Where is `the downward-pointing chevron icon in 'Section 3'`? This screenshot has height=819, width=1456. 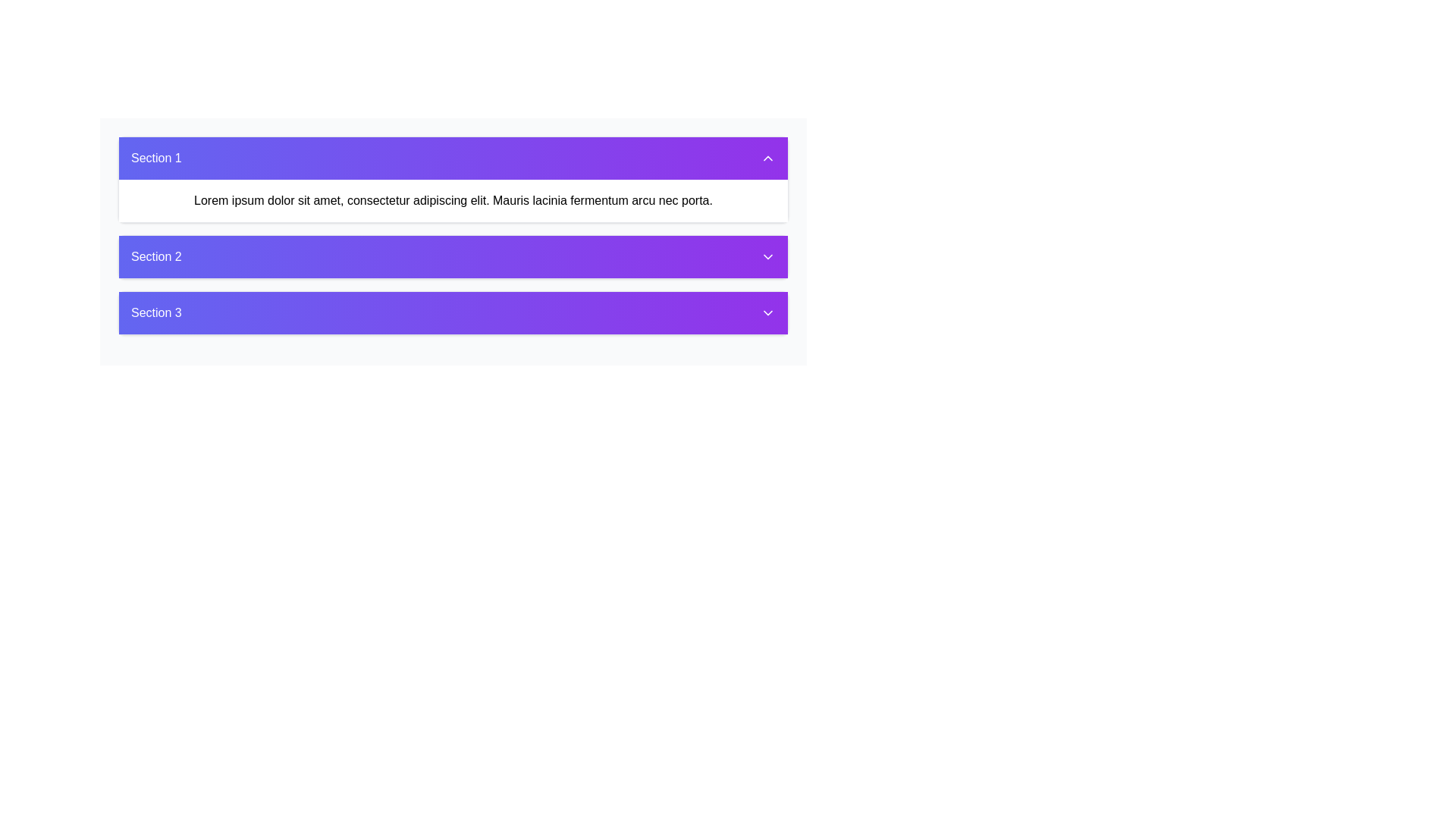 the downward-pointing chevron icon in 'Section 3' is located at coordinates (767, 312).